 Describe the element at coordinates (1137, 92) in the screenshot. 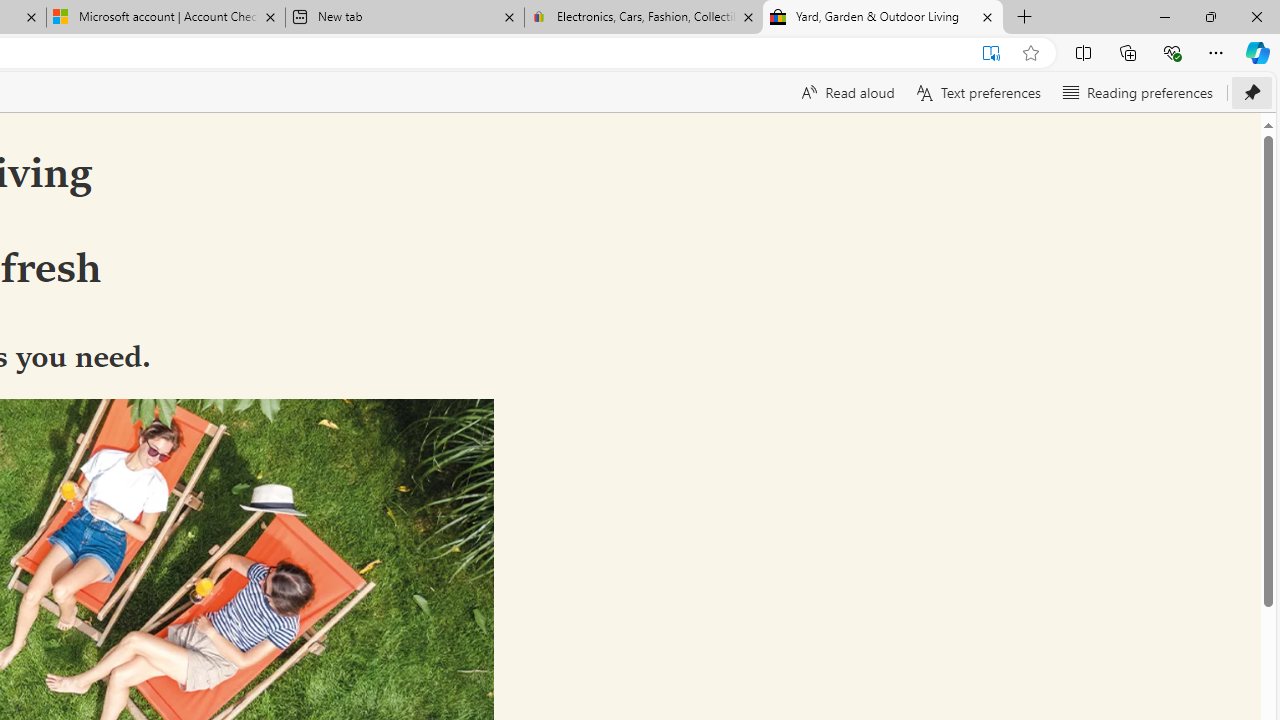

I see `'Reading preferences'` at that location.